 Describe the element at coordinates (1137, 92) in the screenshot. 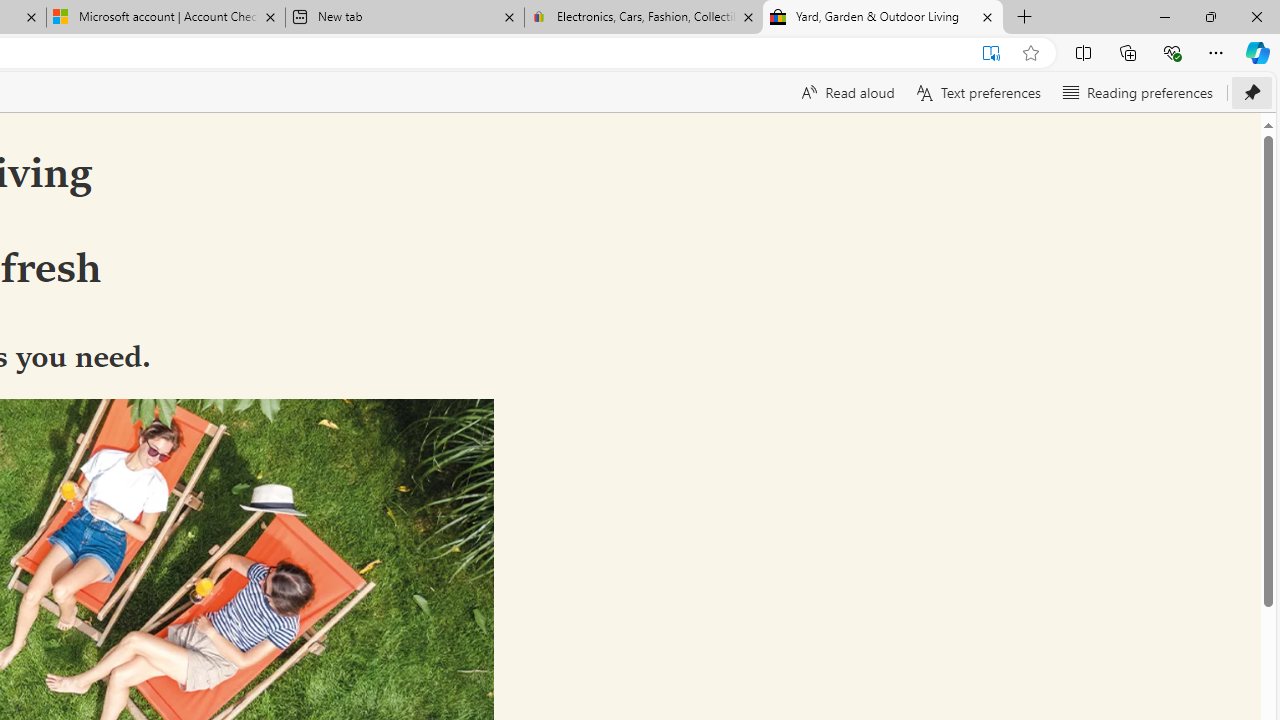

I see `'Reading preferences'` at that location.